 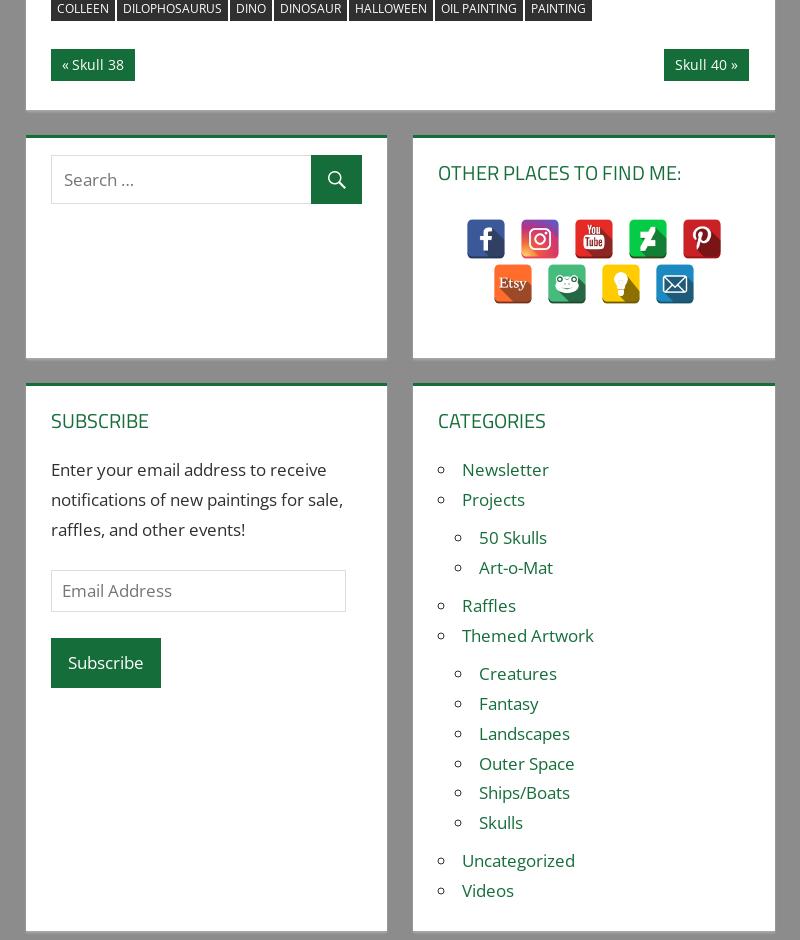 I want to click on 'Themed Artwork', so click(x=527, y=635).